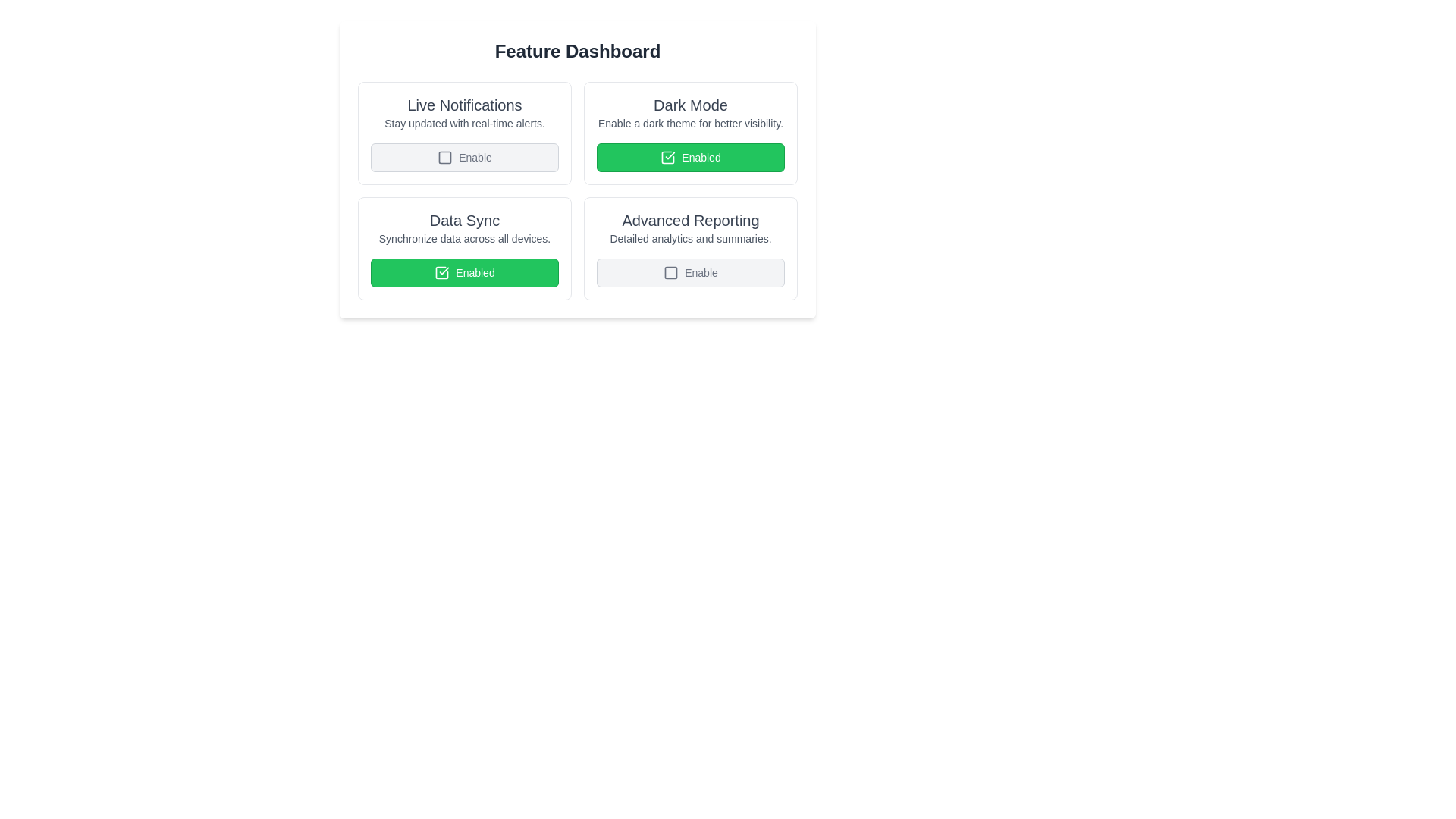 The width and height of the screenshot is (1456, 819). What do you see at coordinates (464, 271) in the screenshot?
I see `the 'Enabled' button, which is a green rectangular button with rounded corners located in the 'Data Sync' section, for extended interaction events` at bounding box center [464, 271].